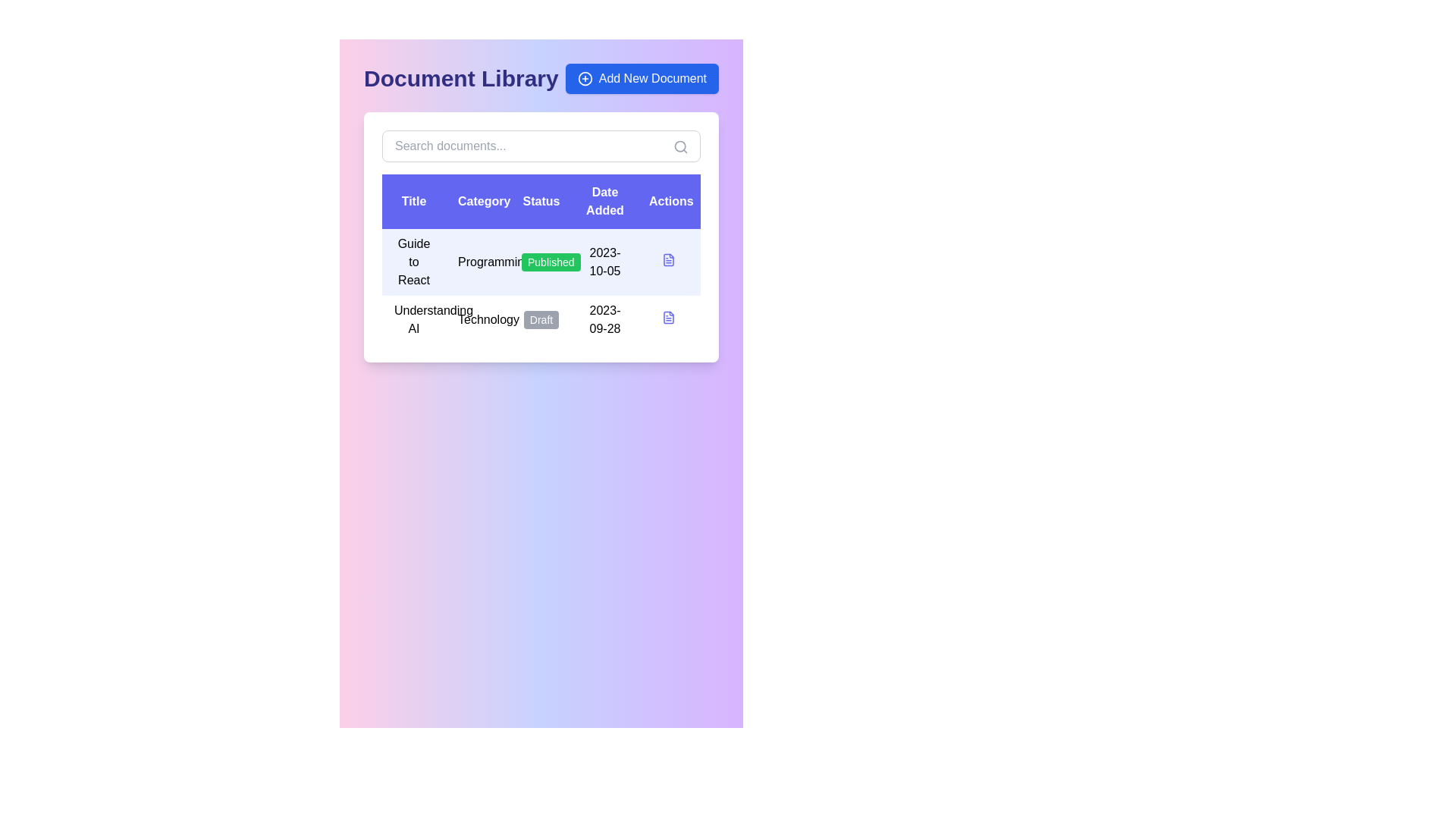 Image resolution: width=1456 pixels, height=819 pixels. I want to click on the plain text label displaying 'Technology' located in the second row of the table under the 'Category' column, so click(476, 318).